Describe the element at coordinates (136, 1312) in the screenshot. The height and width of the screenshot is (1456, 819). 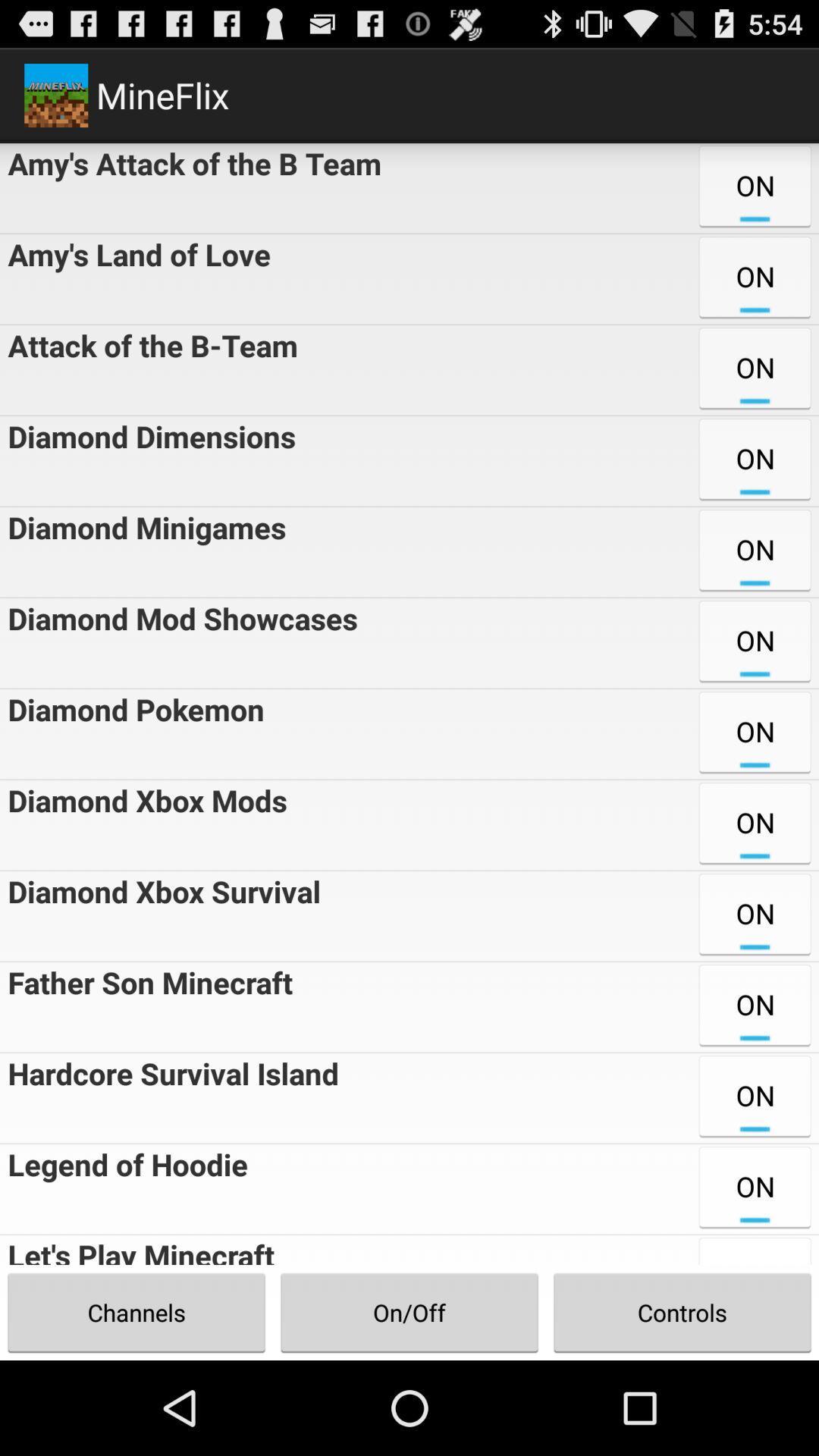
I see `the item below the let s play item` at that location.